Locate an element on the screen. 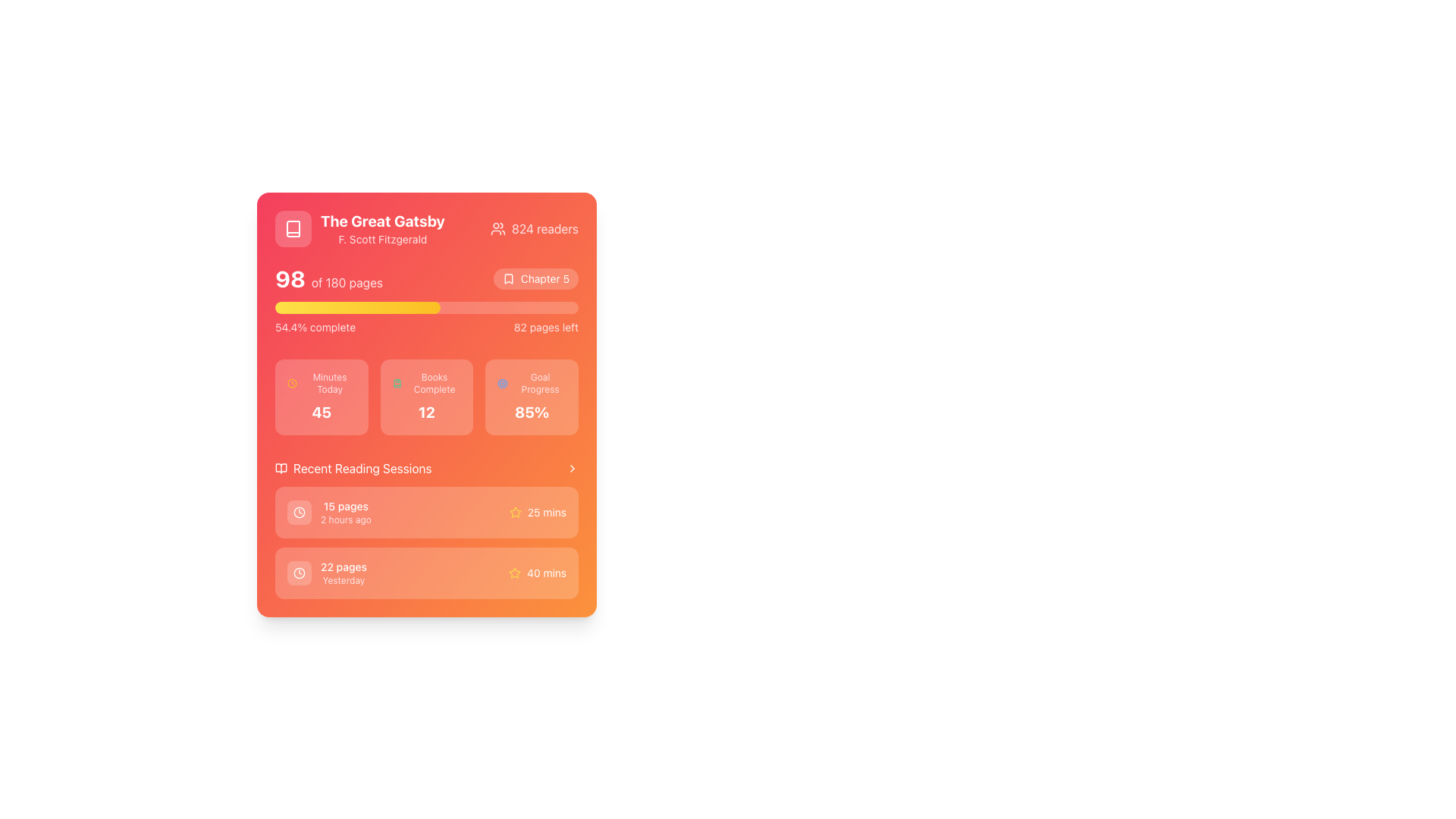 The width and height of the screenshot is (1456, 819). the Text Display element containing the title 'The Great Gatsby' and subtitle 'F. Scott Fitzgerald', which is styled boldly and located in the top-left corner of the card interface is located at coordinates (359, 228).